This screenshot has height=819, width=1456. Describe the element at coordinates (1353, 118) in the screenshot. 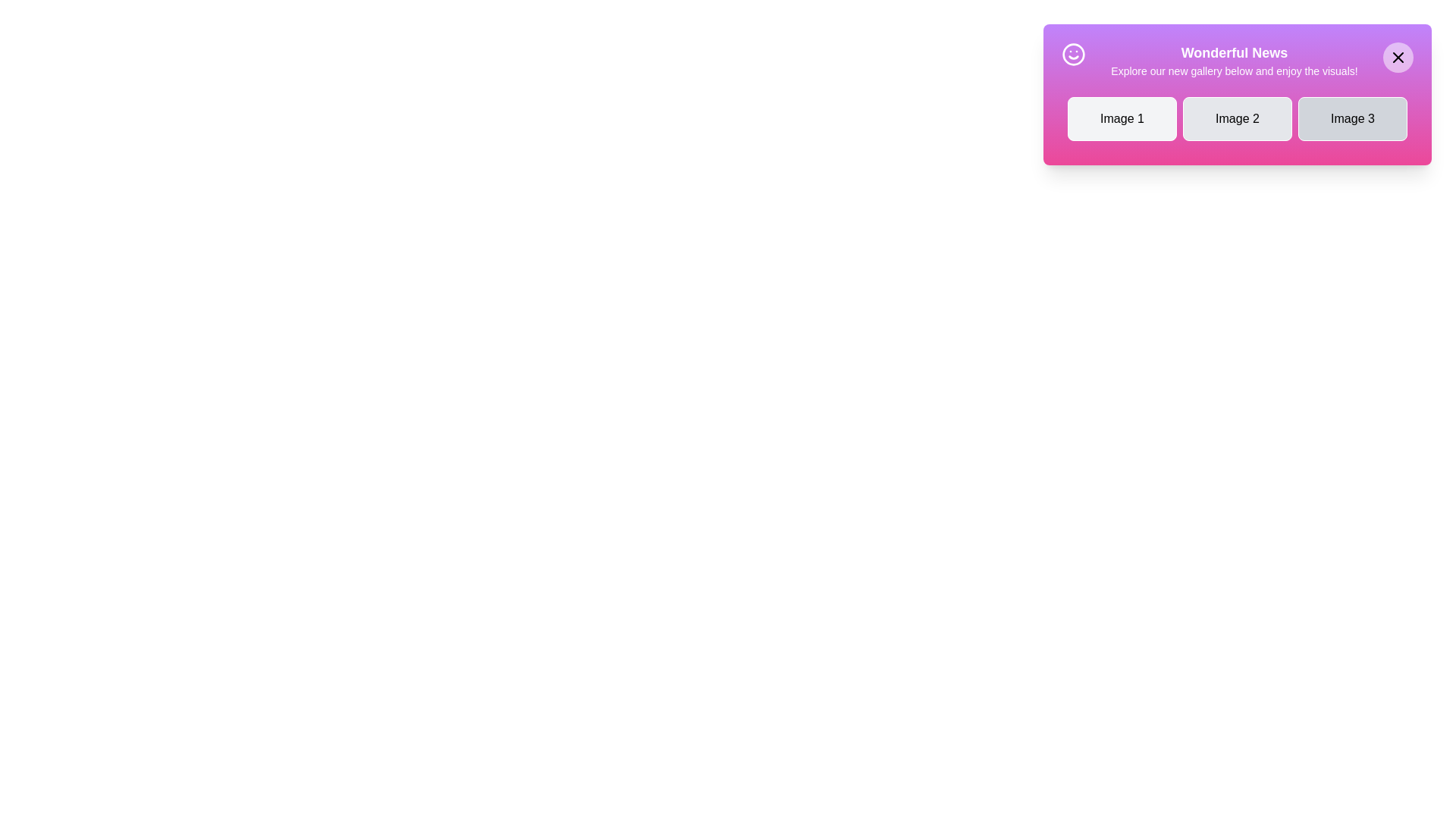

I see `the gallery item labeled Image 3` at that location.